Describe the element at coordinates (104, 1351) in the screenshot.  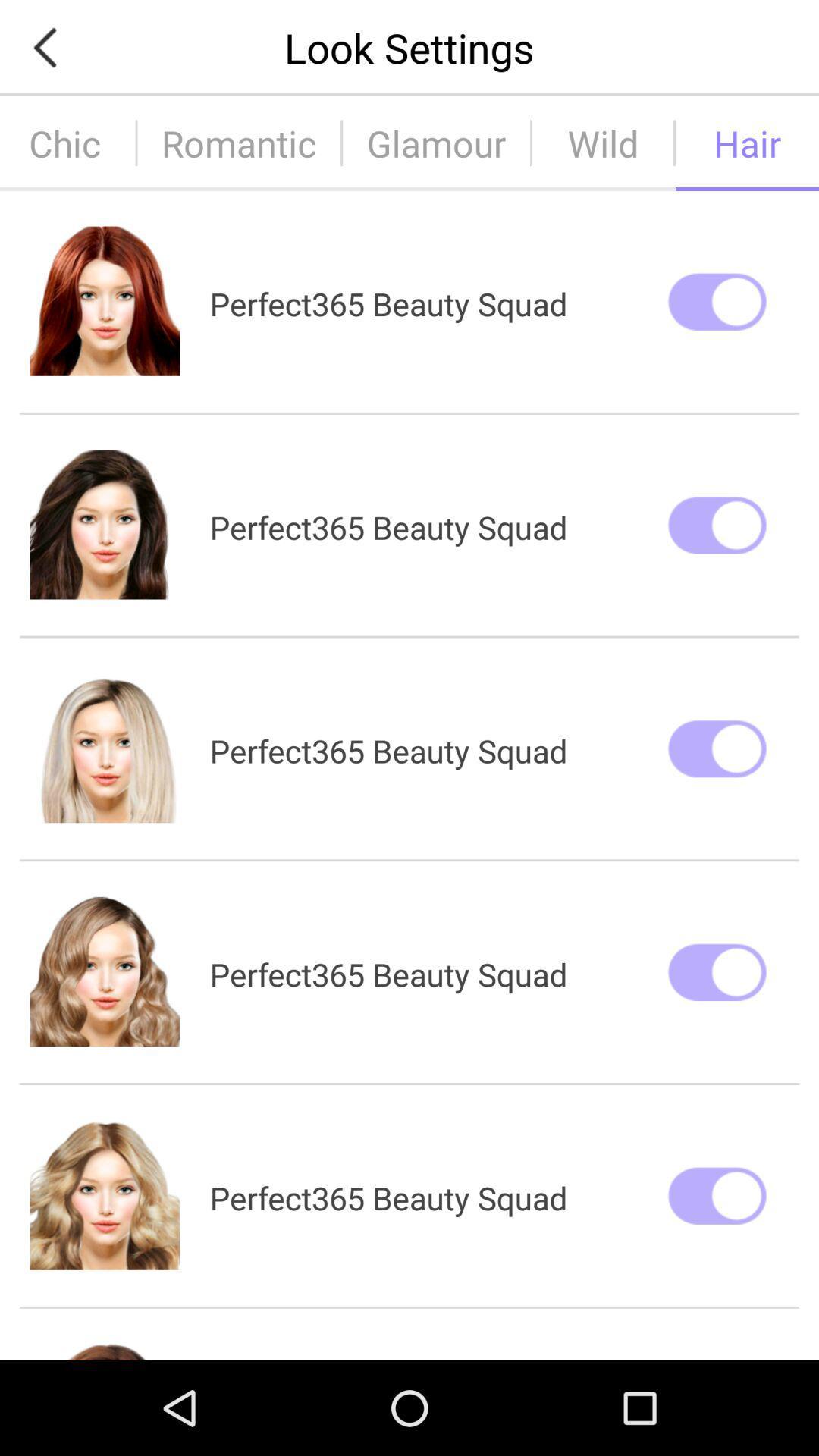
I see `the 6th row image in display` at that location.